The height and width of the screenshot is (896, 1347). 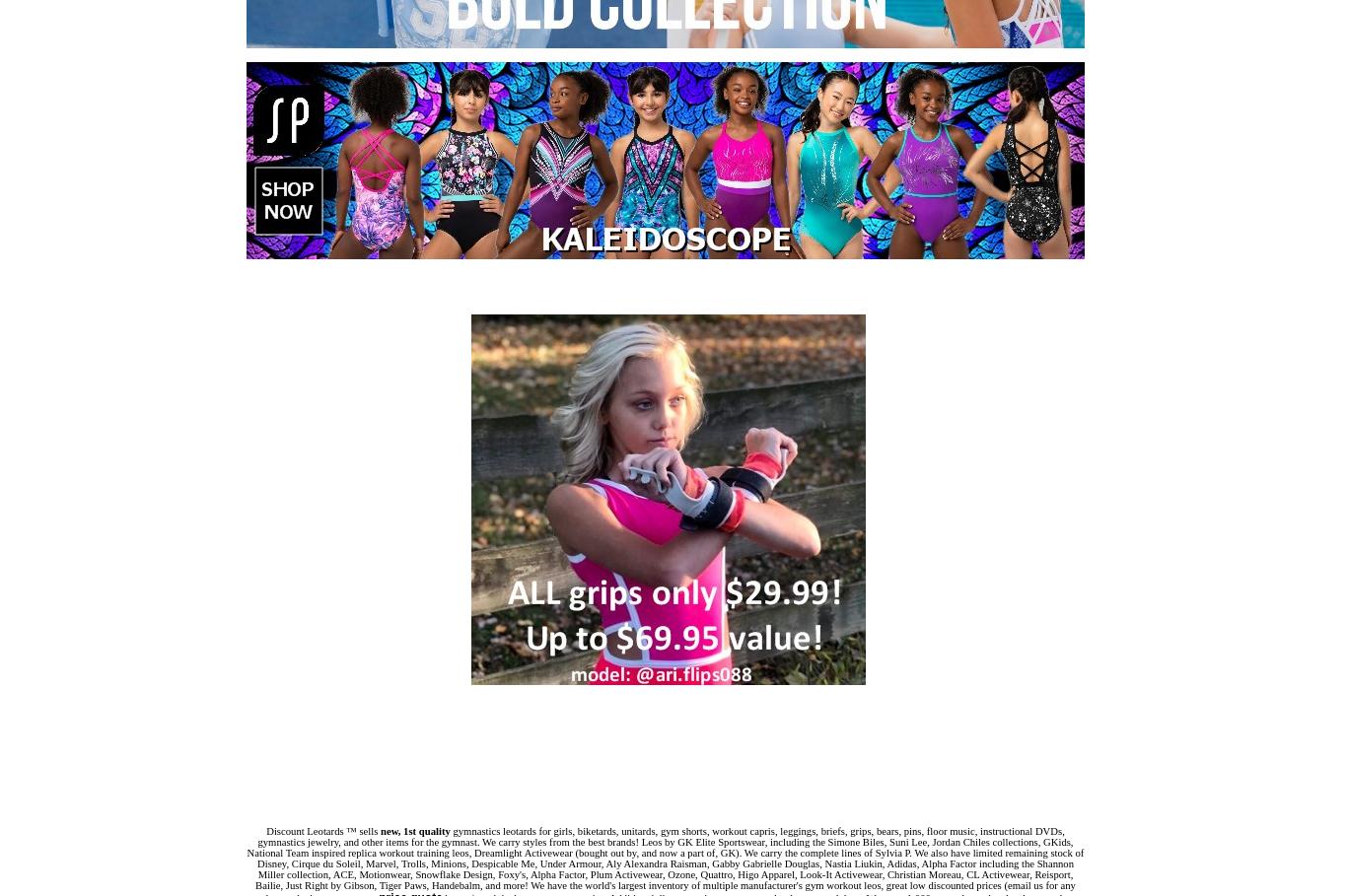 I want to click on ', Alpha Factor, Plum Activewear, Ozone, Quattro, Higo Apparel, Look-It Activewear, Christian Moreau, CL Activewear,', so click(x=780, y=874).